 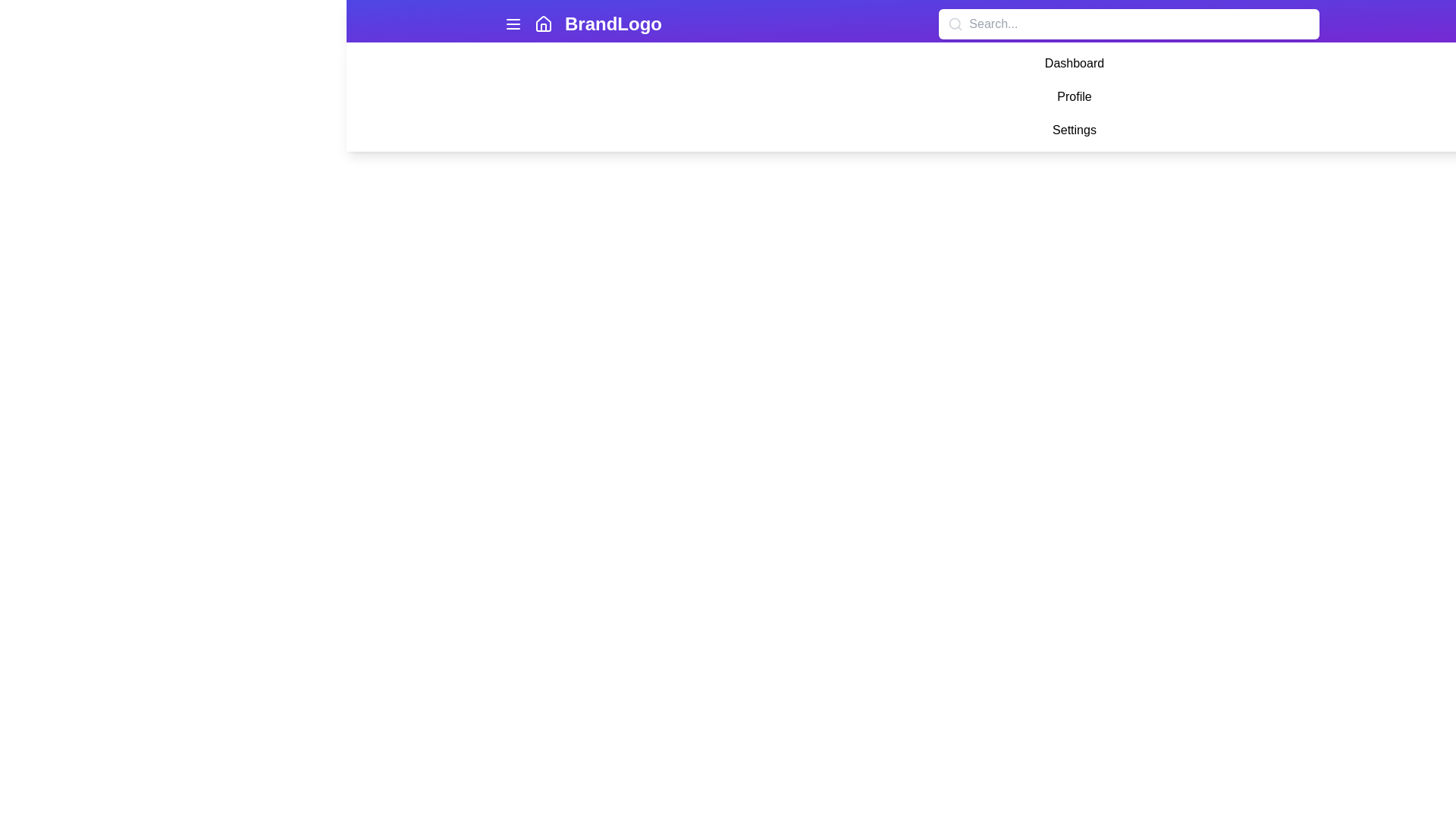 What do you see at coordinates (954, 24) in the screenshot?
I see `the SVG Circle that represents the lens of the search icon located in the top-right corner of the navigation bar` at bounding box center [954, 24].